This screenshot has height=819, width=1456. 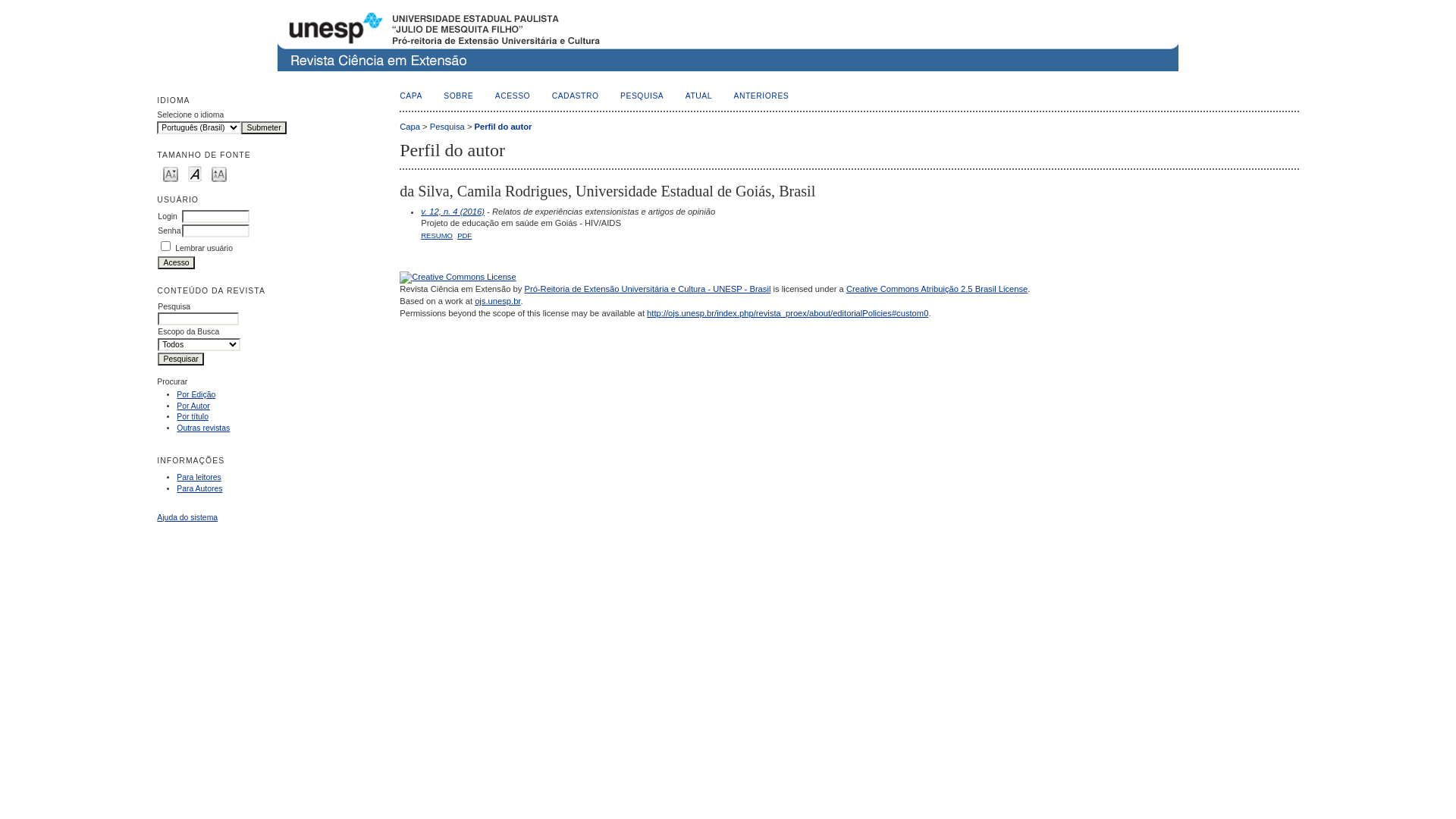 What do you see at coordinates (180, 359) in the screenshot?
I see `'Pesquisar'` at bounding box center [180, 359].